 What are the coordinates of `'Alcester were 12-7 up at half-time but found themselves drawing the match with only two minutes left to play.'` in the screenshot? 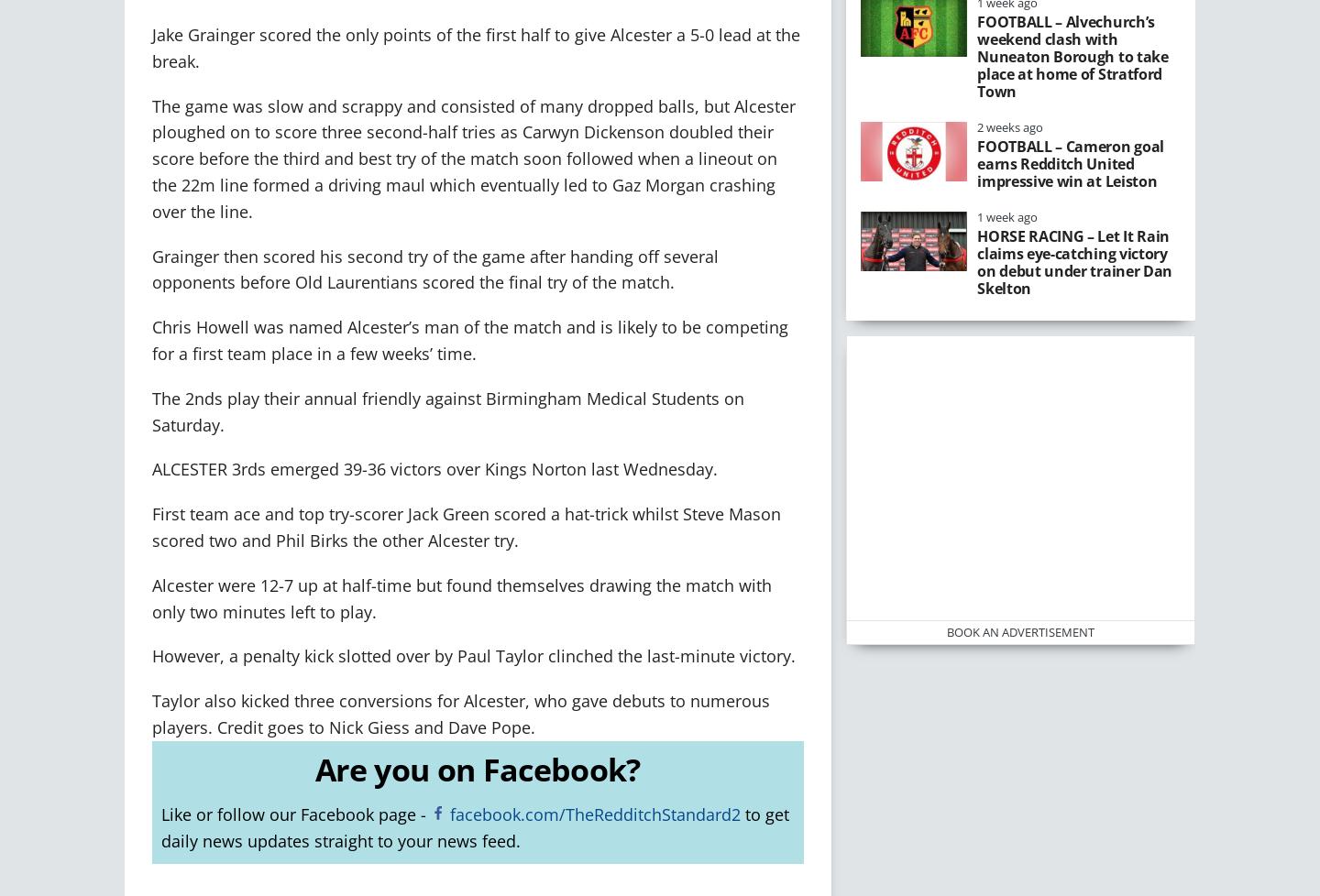 It's located at (151, 597).